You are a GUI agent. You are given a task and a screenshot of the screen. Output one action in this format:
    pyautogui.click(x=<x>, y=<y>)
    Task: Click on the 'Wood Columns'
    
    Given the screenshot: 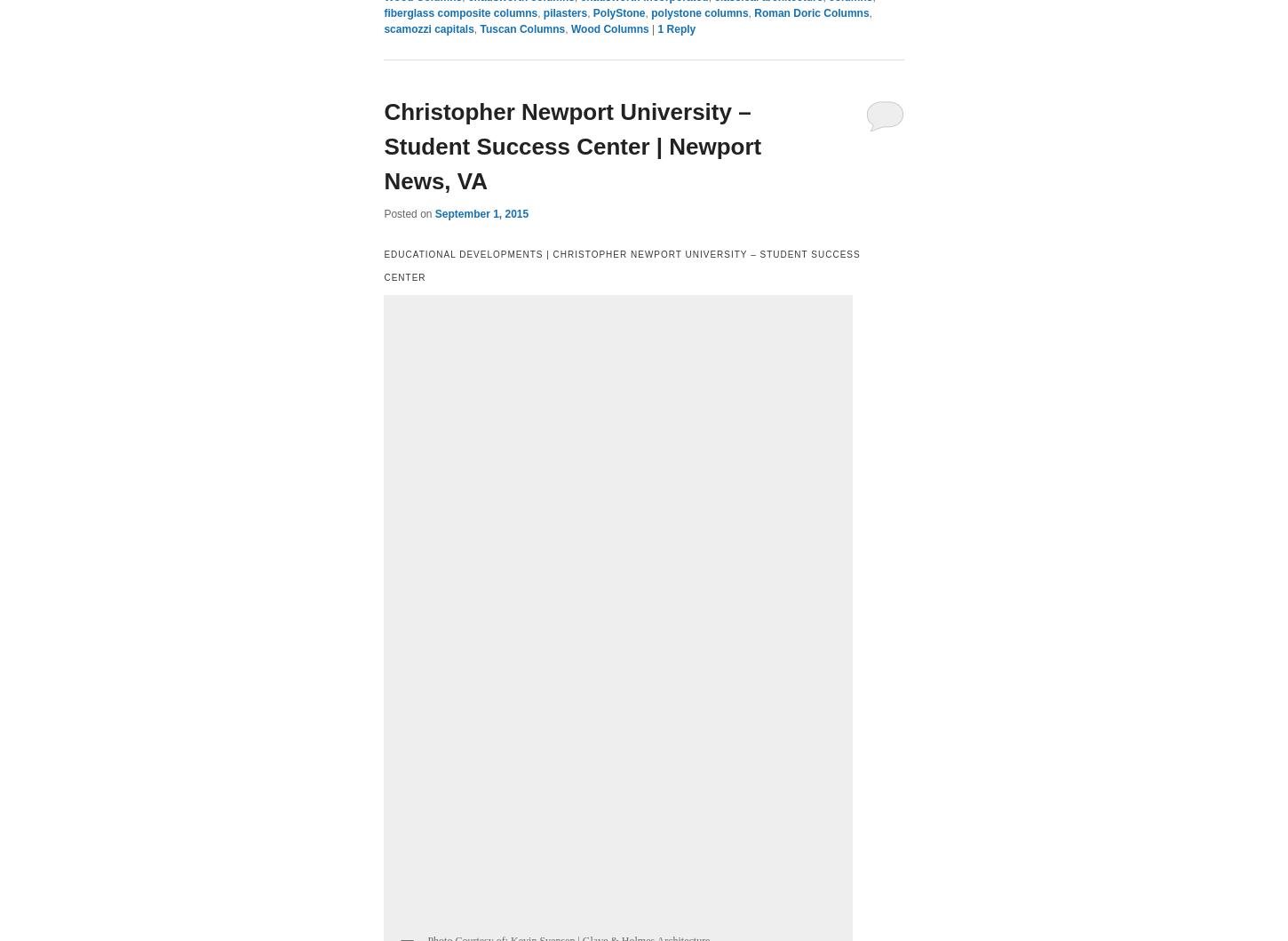 What is the action you would take?
    pyautogui.click(x=608, y=29)
    